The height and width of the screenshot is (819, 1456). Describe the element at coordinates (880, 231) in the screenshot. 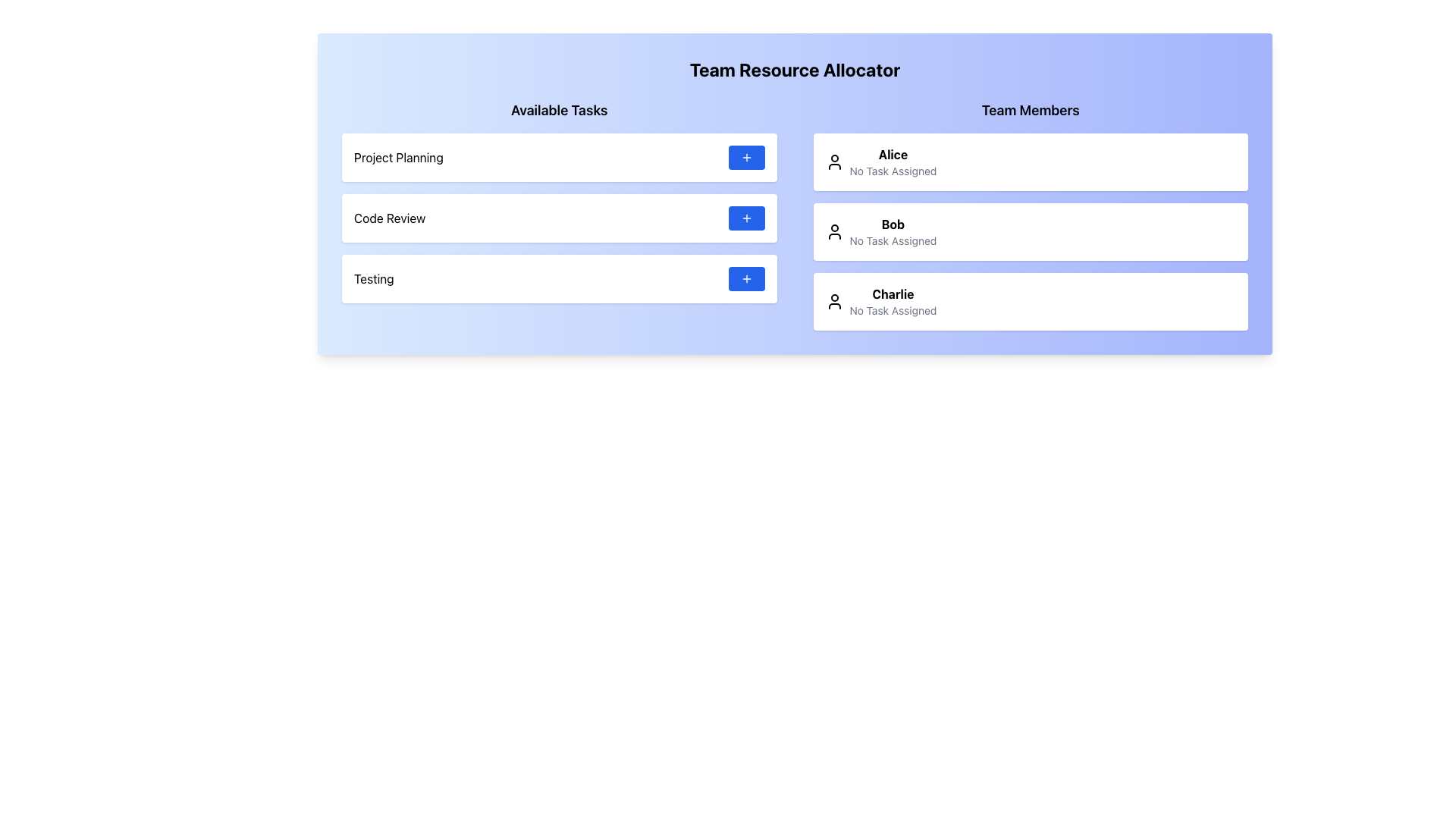

I see `the compound display element representing team member 'Bob' located in the middle of the 'Team Members' section, which is the second item in the list` at that location.